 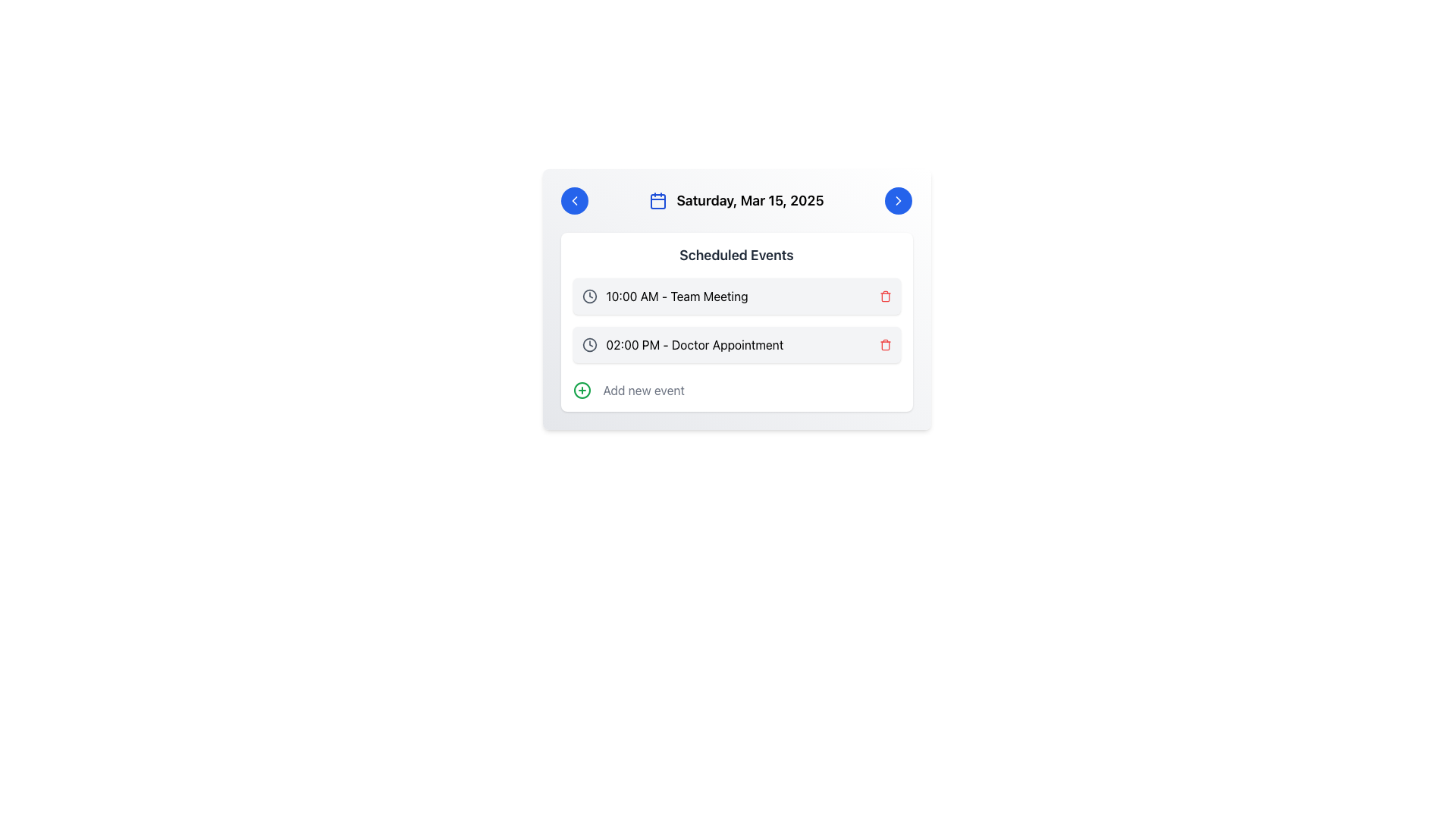 I want to click on the non-interactive reminder for the scheduled event titled 'Team Meeting' at 10:00 AM, which is the first item in the list of events on the calendar interface, so click(x=665, y=296).